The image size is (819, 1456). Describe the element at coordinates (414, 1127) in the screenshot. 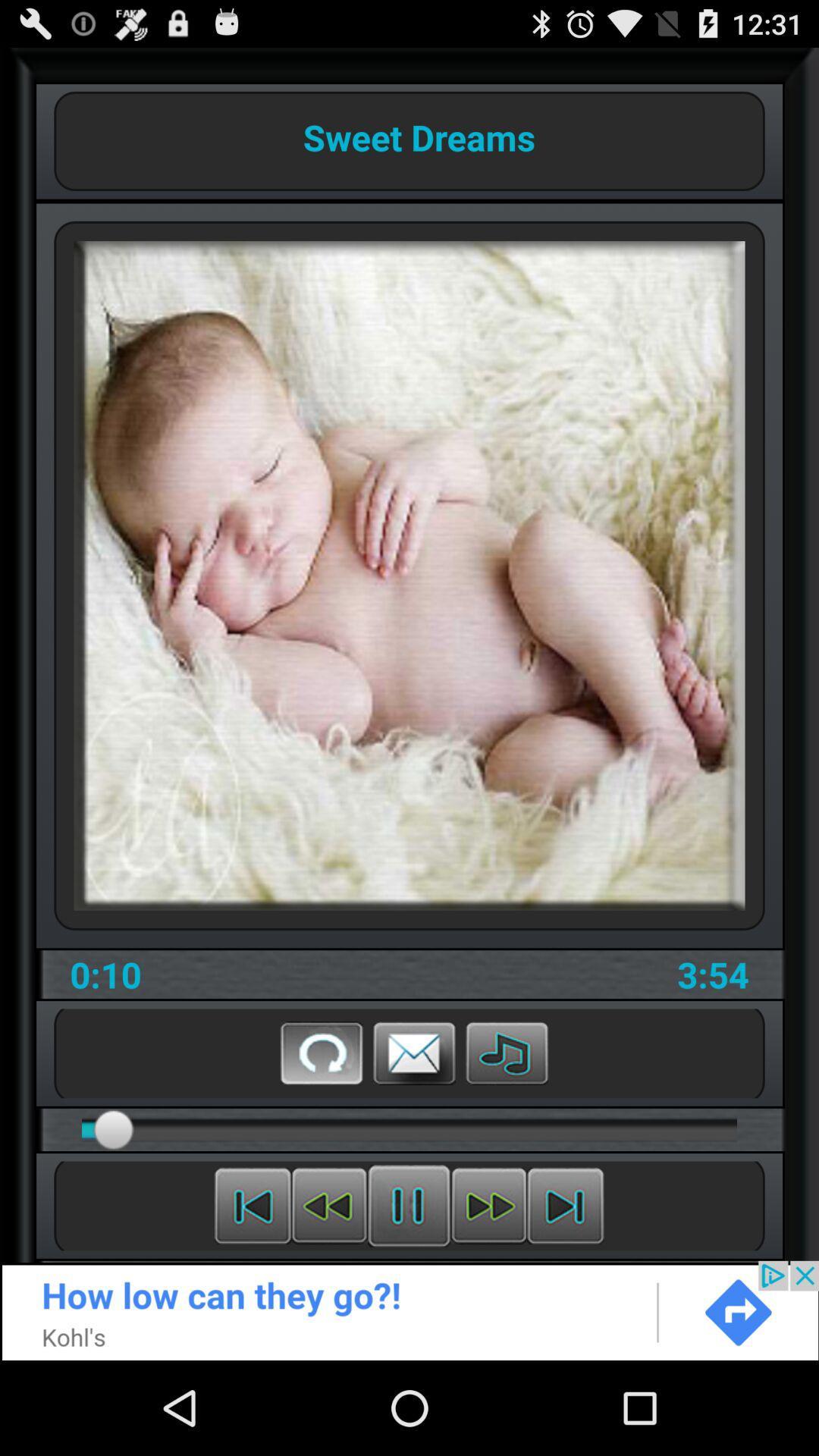

I see `the email icon` at that location.